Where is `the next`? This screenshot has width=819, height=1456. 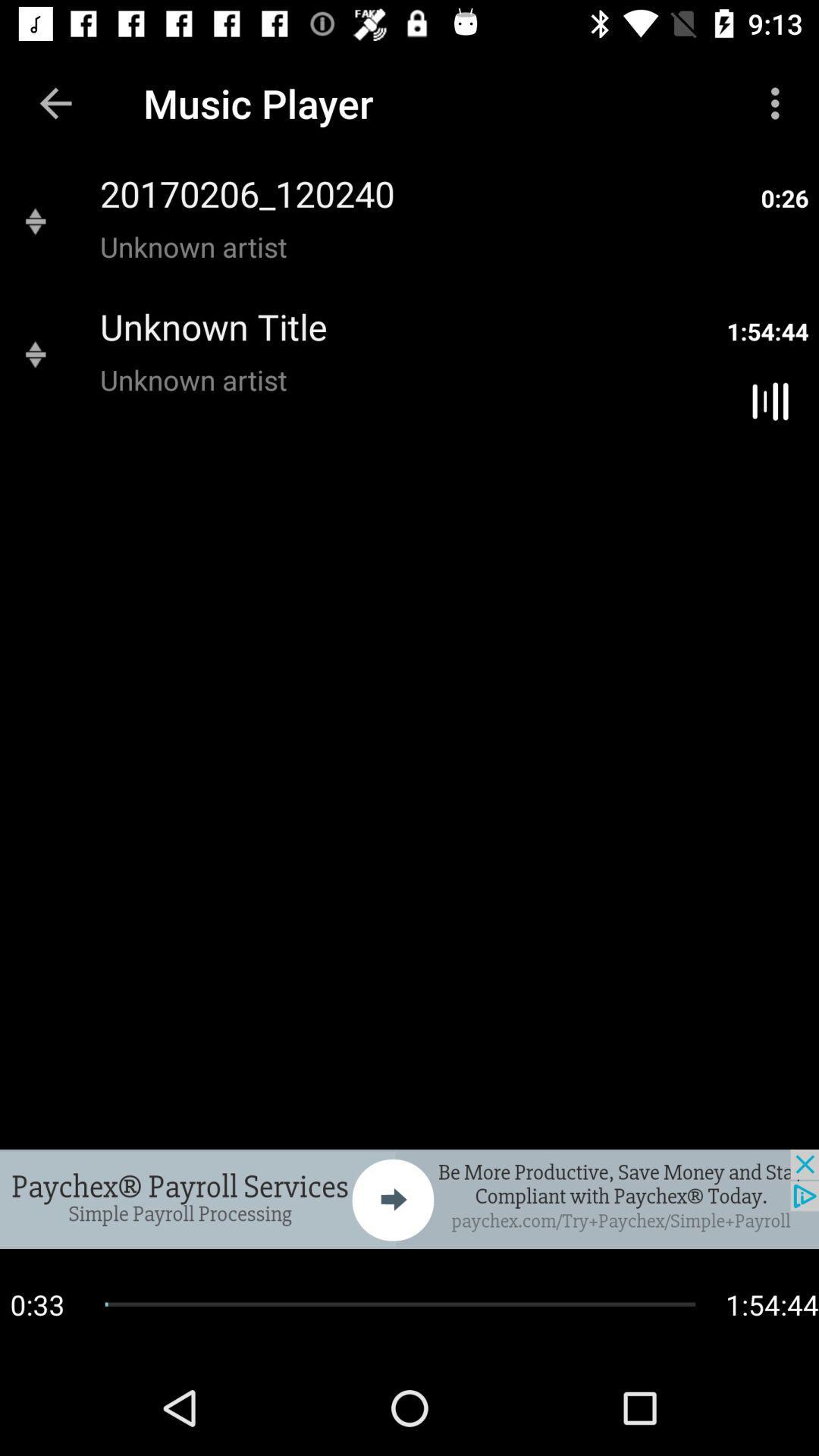
the next is located at coordinates (409, 1198).